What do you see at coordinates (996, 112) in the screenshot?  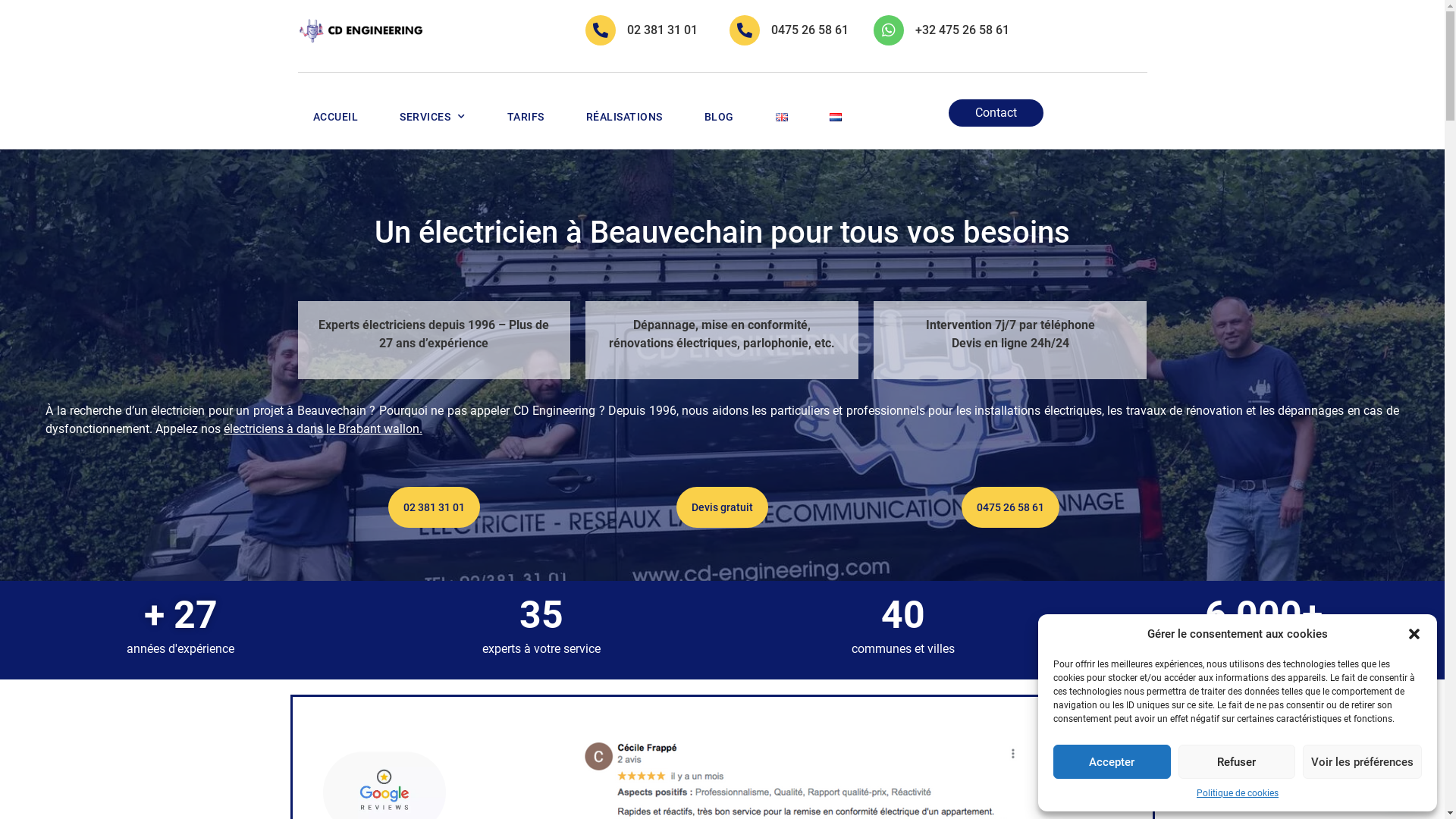 I see `'Contact'` at bounding box center [996, 112].